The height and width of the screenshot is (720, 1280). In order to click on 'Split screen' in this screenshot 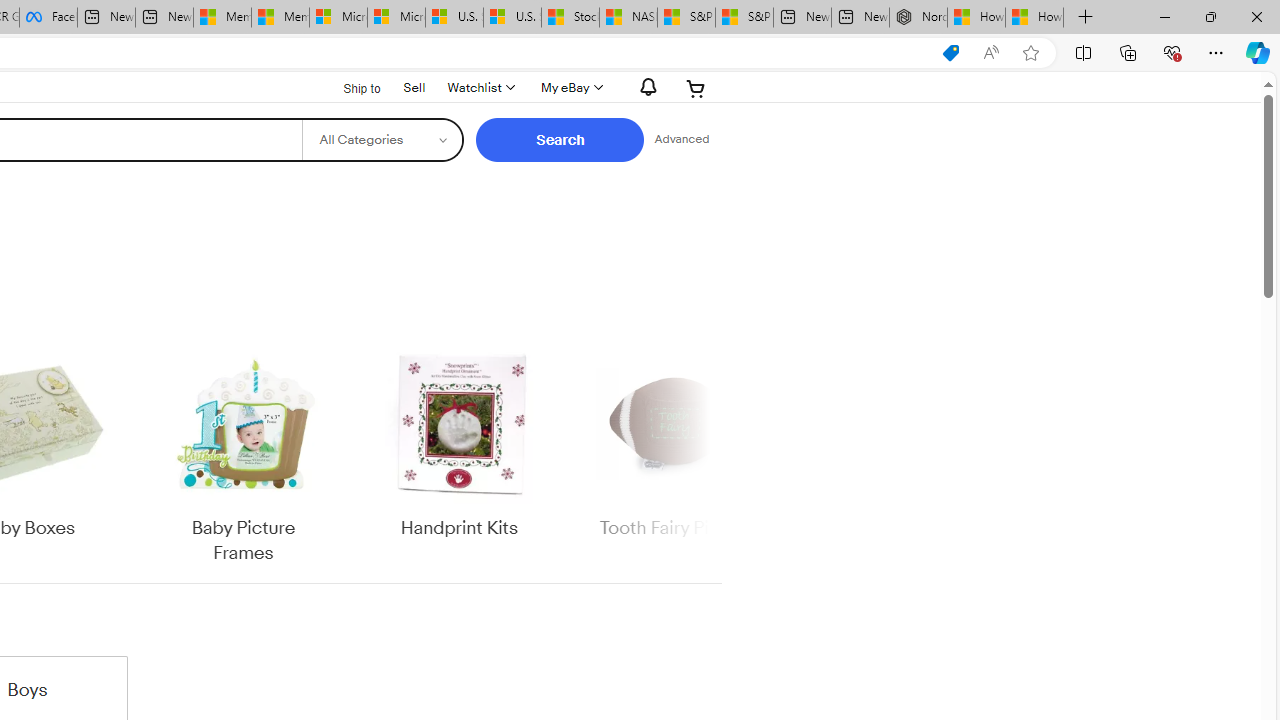, I will do `click(1082, 51)`.